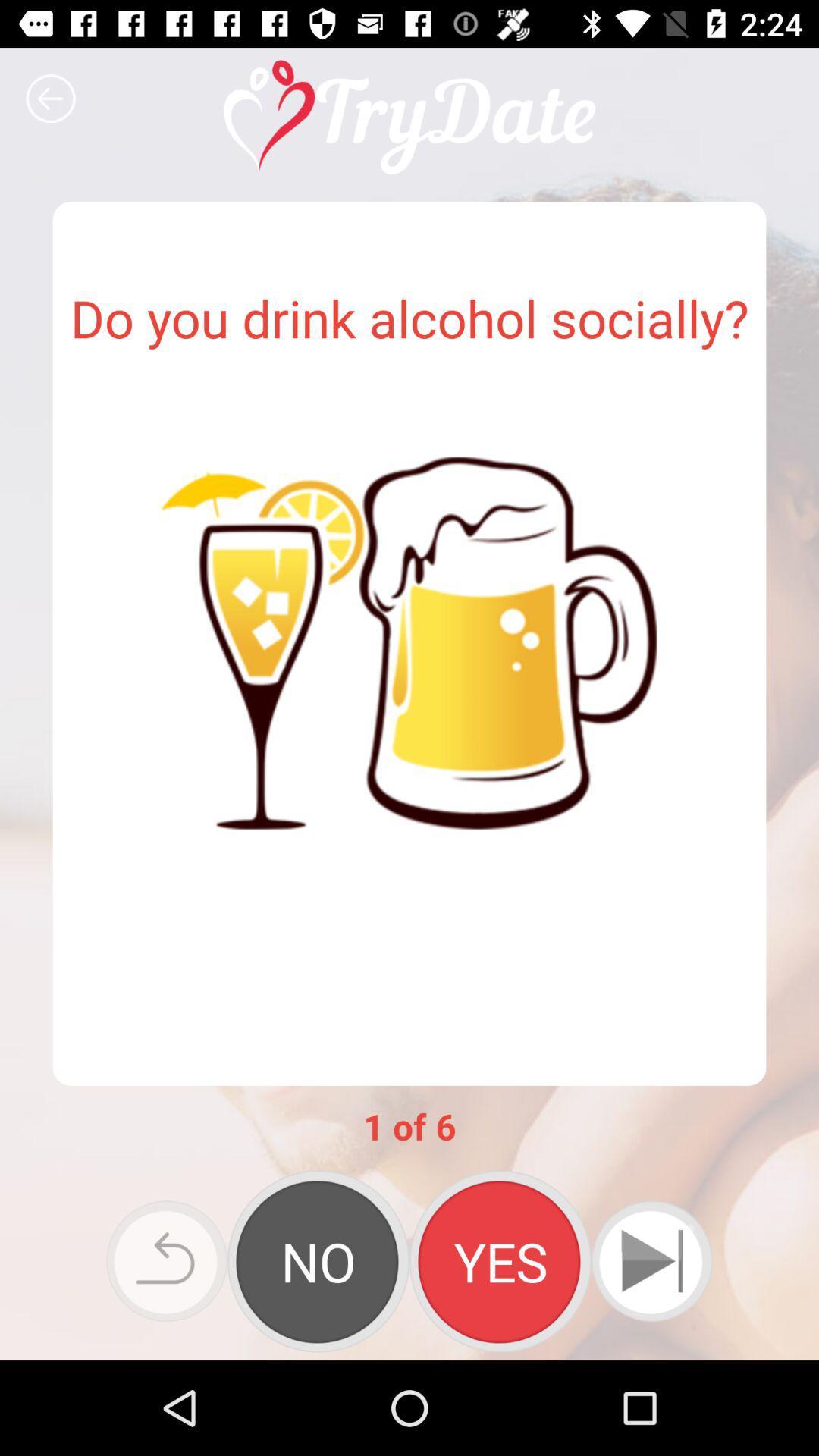 The image size is (819, 1456). What do you see at coordinates (651, 1261) in the screenshot?
I see `the icon below 1 of 6 icon` at bounding box center [651, 1261].